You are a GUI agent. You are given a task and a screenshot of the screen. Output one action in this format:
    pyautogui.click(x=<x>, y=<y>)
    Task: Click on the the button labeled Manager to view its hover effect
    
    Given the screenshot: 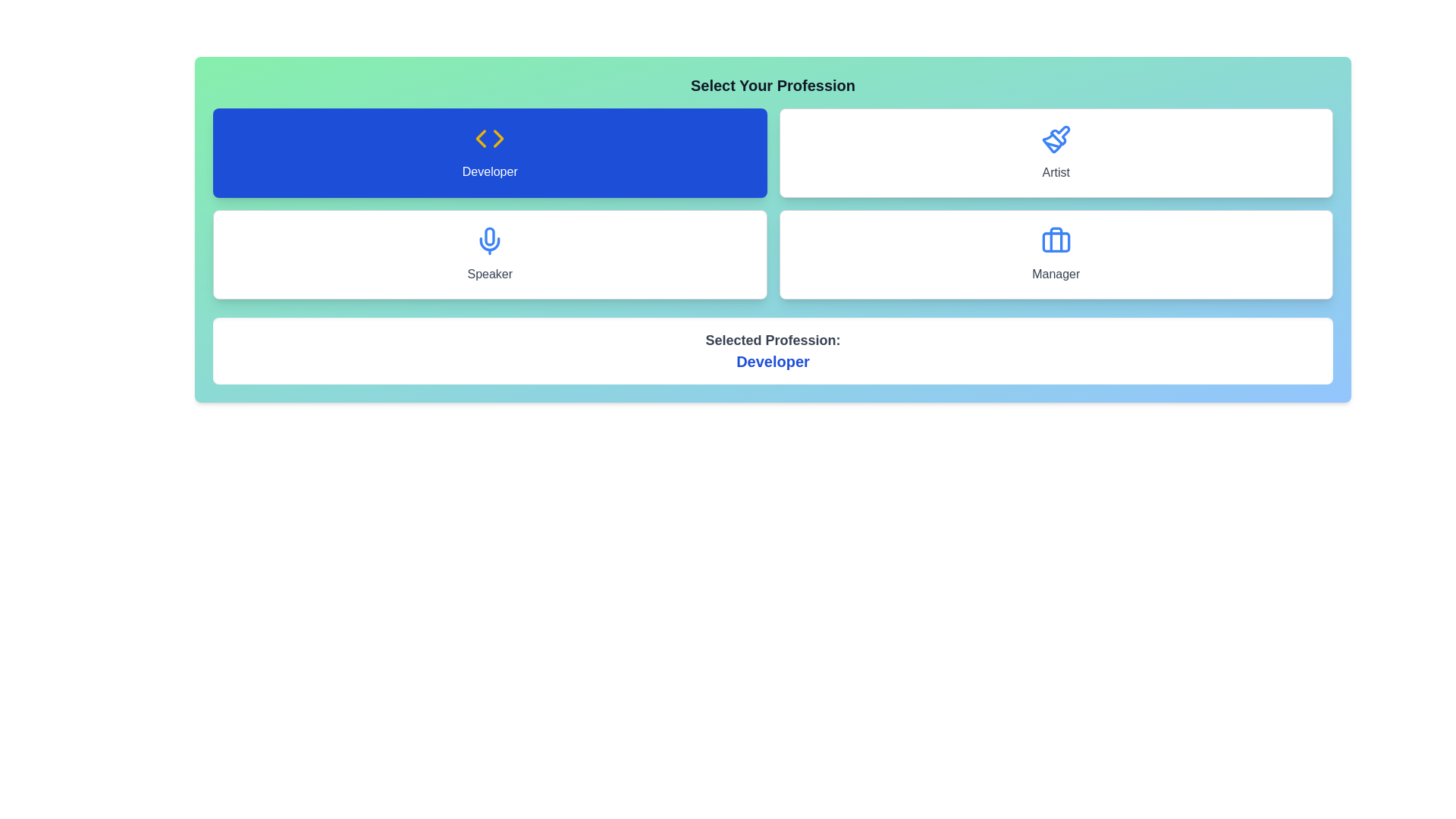 What is the action you would take?
    pyautogui.click(x=1055, y=253)
    